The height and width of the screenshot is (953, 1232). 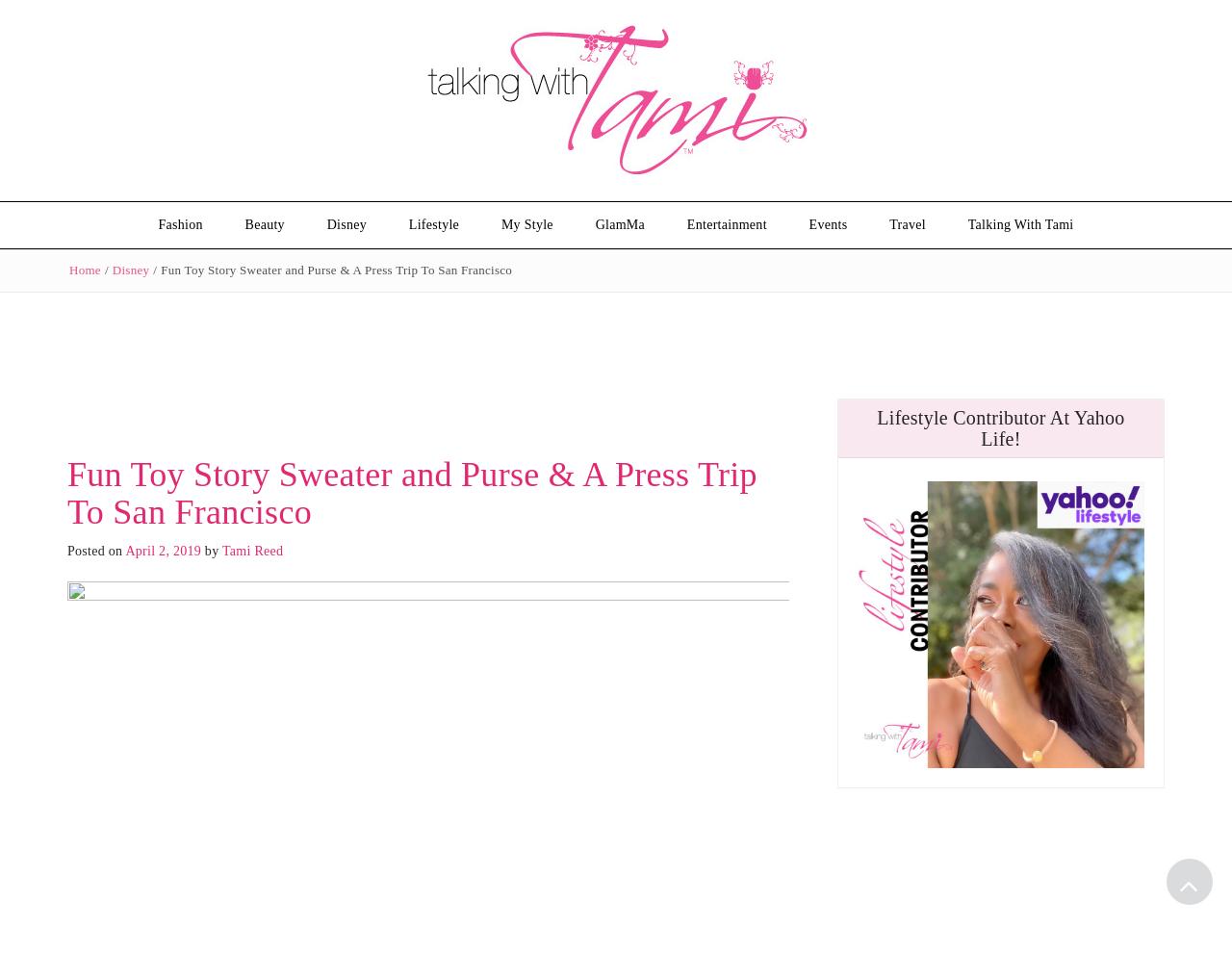 I want to click on 'Talking With Tami', so click(x=1018, y=223).